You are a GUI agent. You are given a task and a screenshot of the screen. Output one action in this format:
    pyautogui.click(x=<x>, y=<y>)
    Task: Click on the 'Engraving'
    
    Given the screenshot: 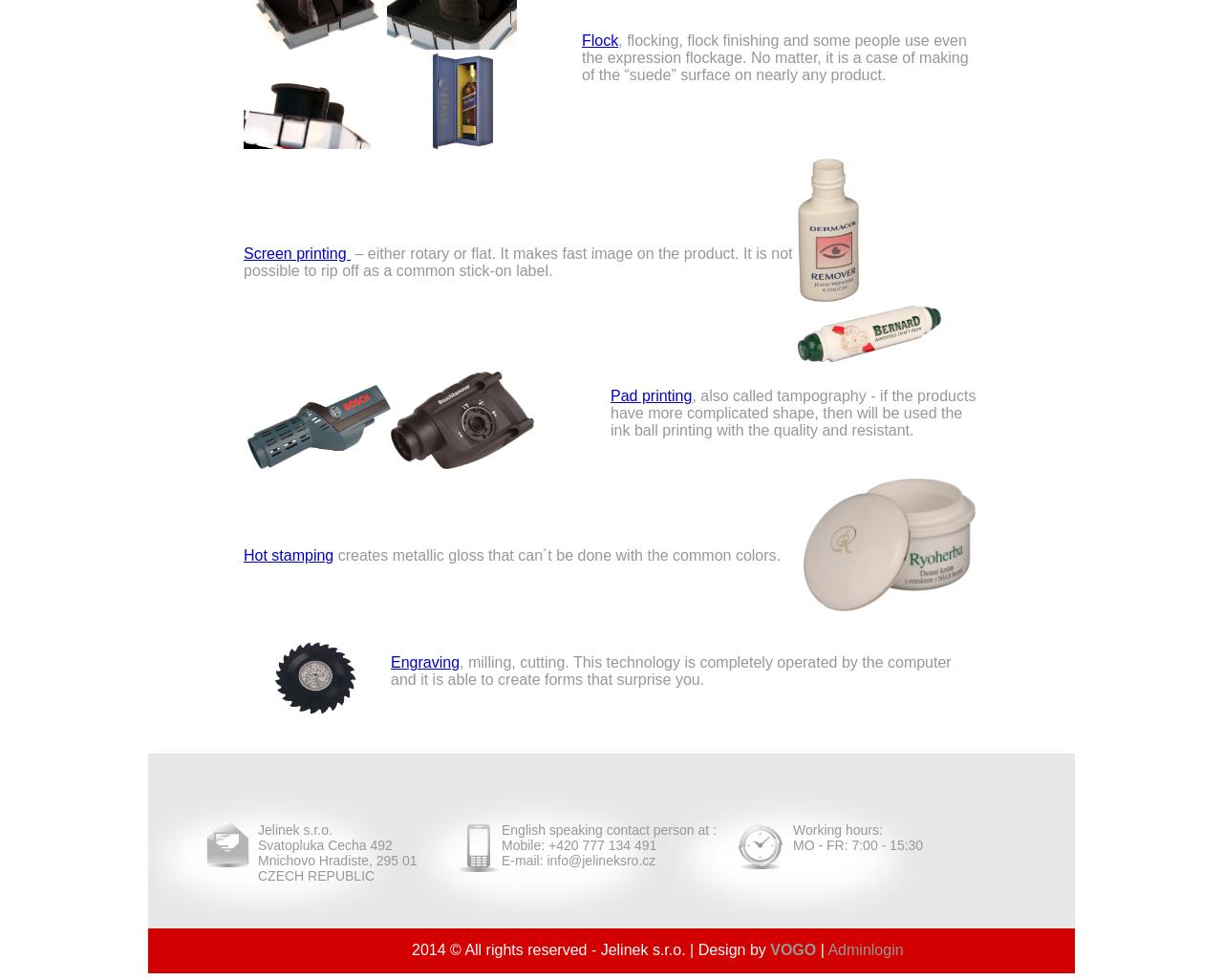 What is the action you would take?
    pyautogui.click(x=424, y=661)
    